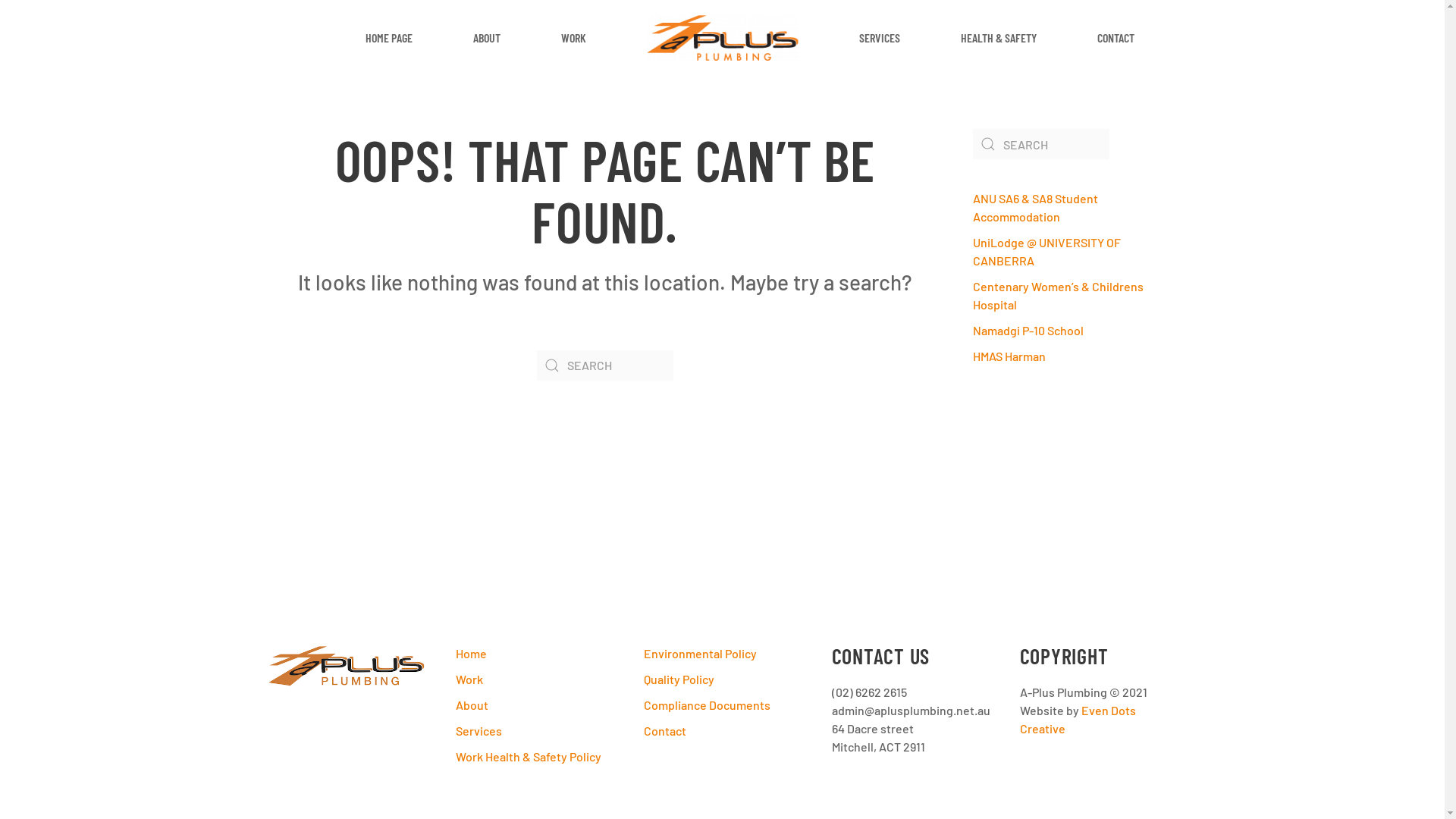 This screenshot has height=819, width=1456. I want to click on 'WORK', so click(531, 37).